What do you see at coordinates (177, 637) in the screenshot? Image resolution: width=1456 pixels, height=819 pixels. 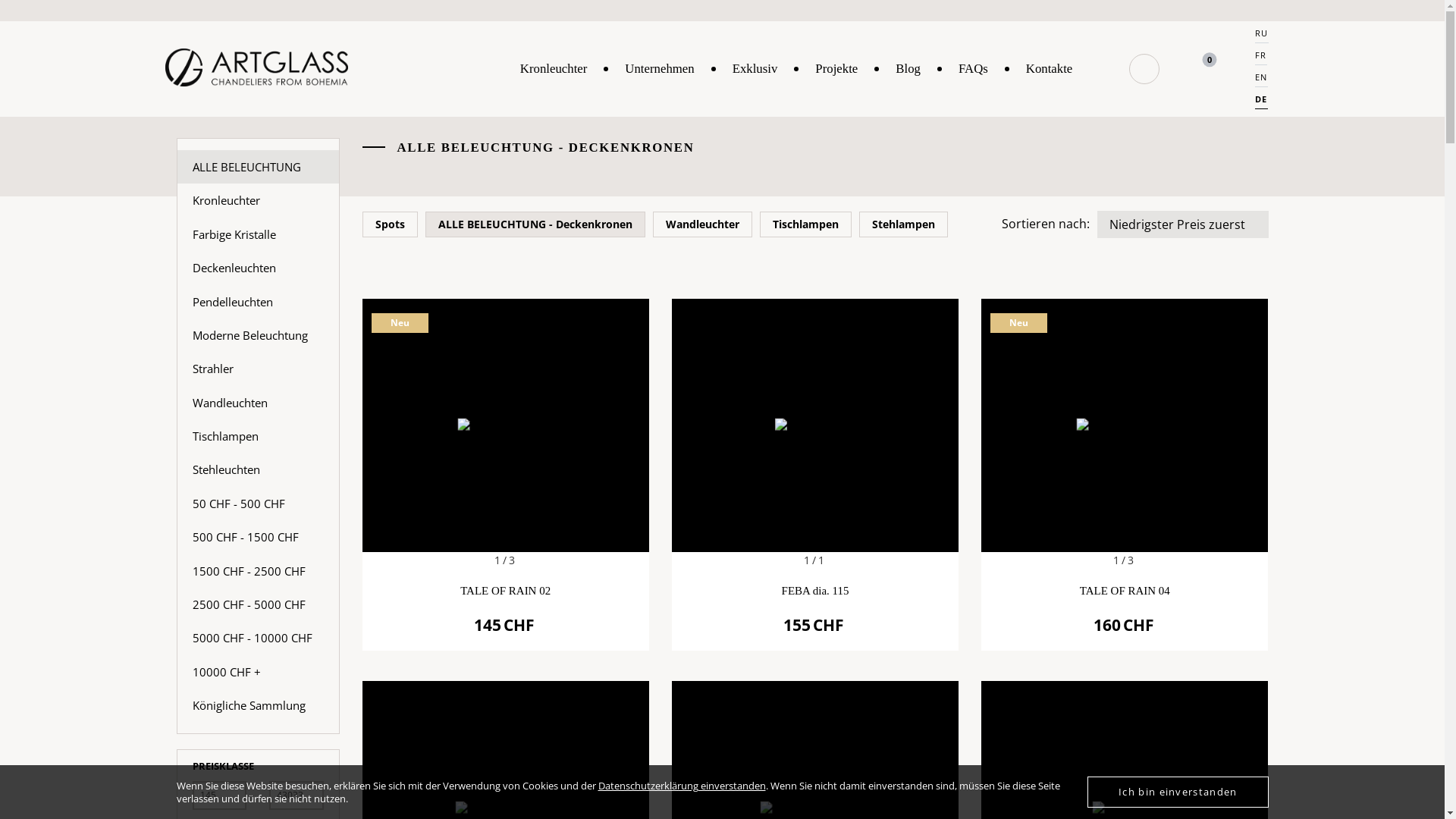 I see `'5000 CHF - 10000 CHF'` at bounding box center [177, 637].